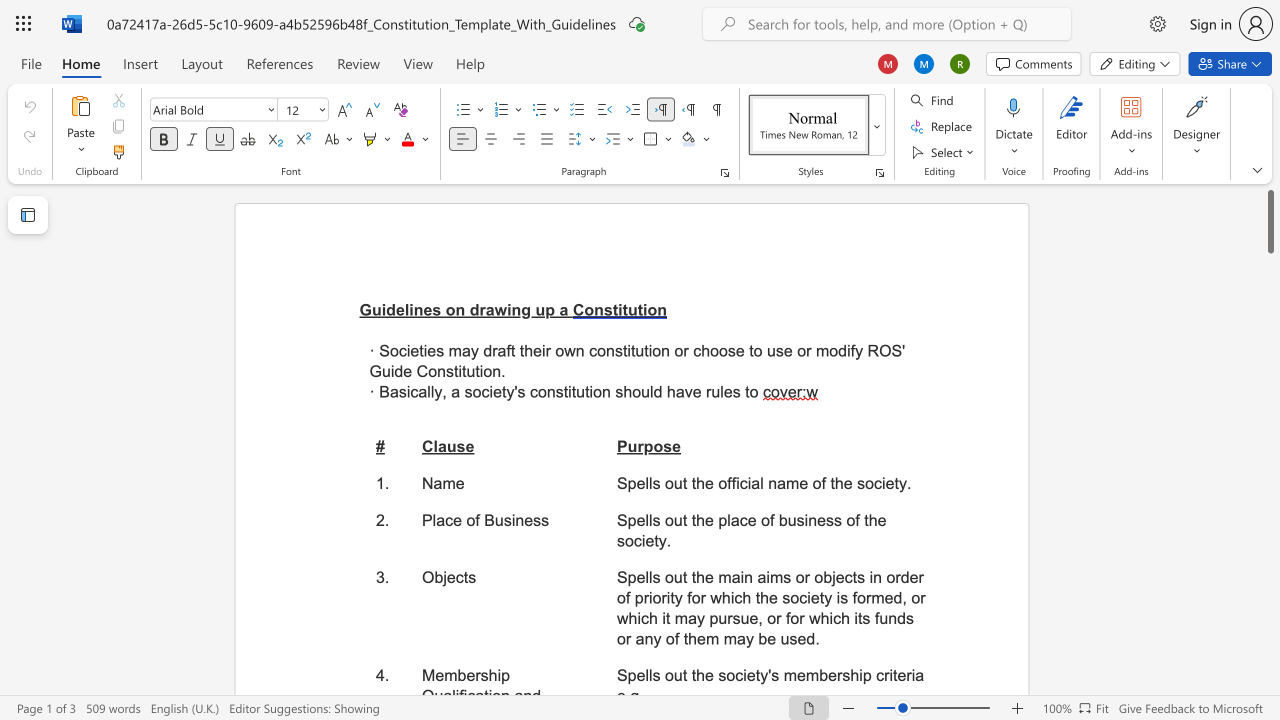 The width and height of the screenshot is (1280, 720). I want to click on the space between the continuous character "i" and "t" in the text, so click(461, 371).